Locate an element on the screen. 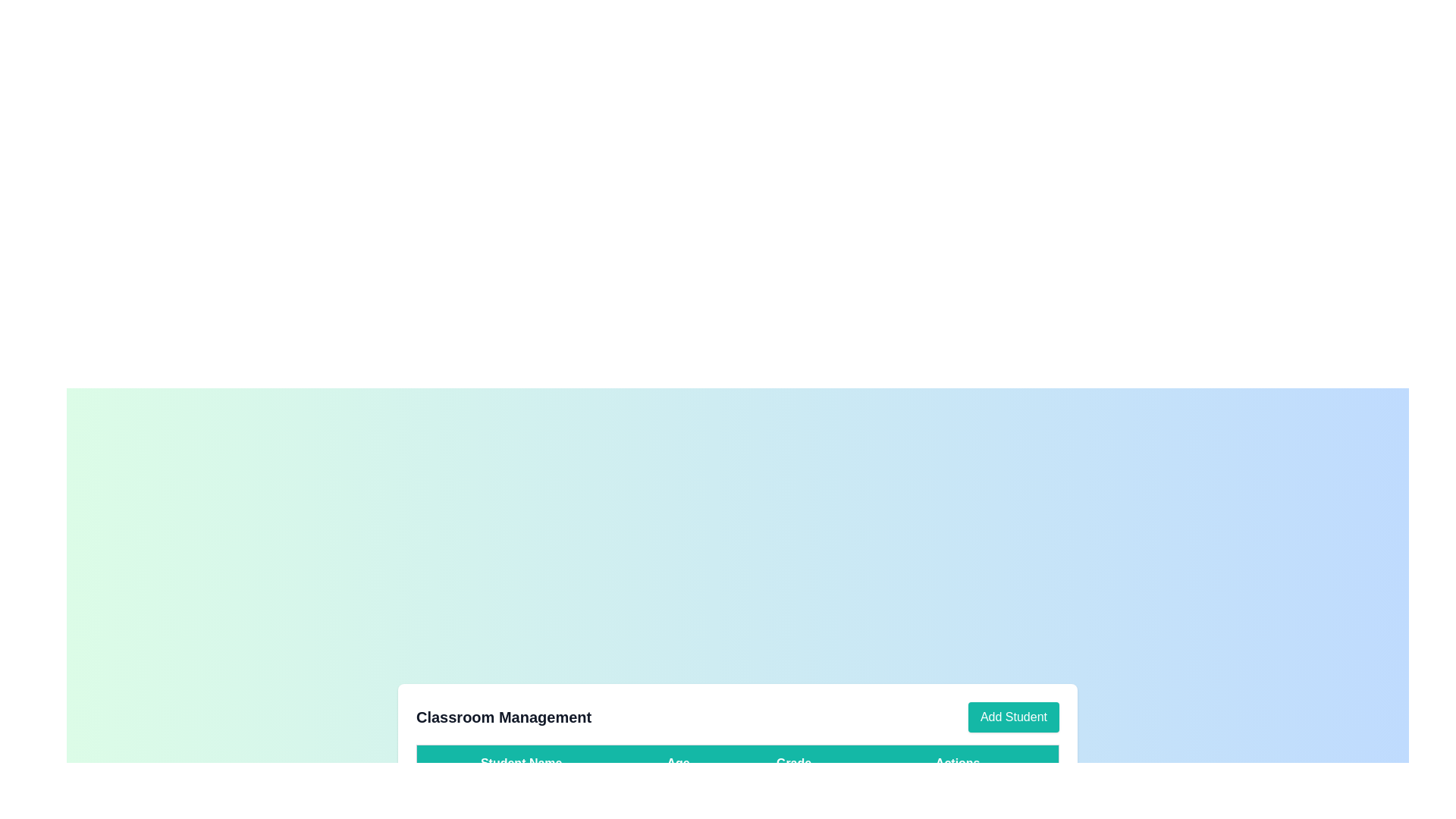 This screenshot has width=1456, height=819. the table header row located below the 'Classroom Management' title, which includes the segments 'Student Name', 'Age', 'Grade', and 'Actions' is located at coordinates (738, 763).